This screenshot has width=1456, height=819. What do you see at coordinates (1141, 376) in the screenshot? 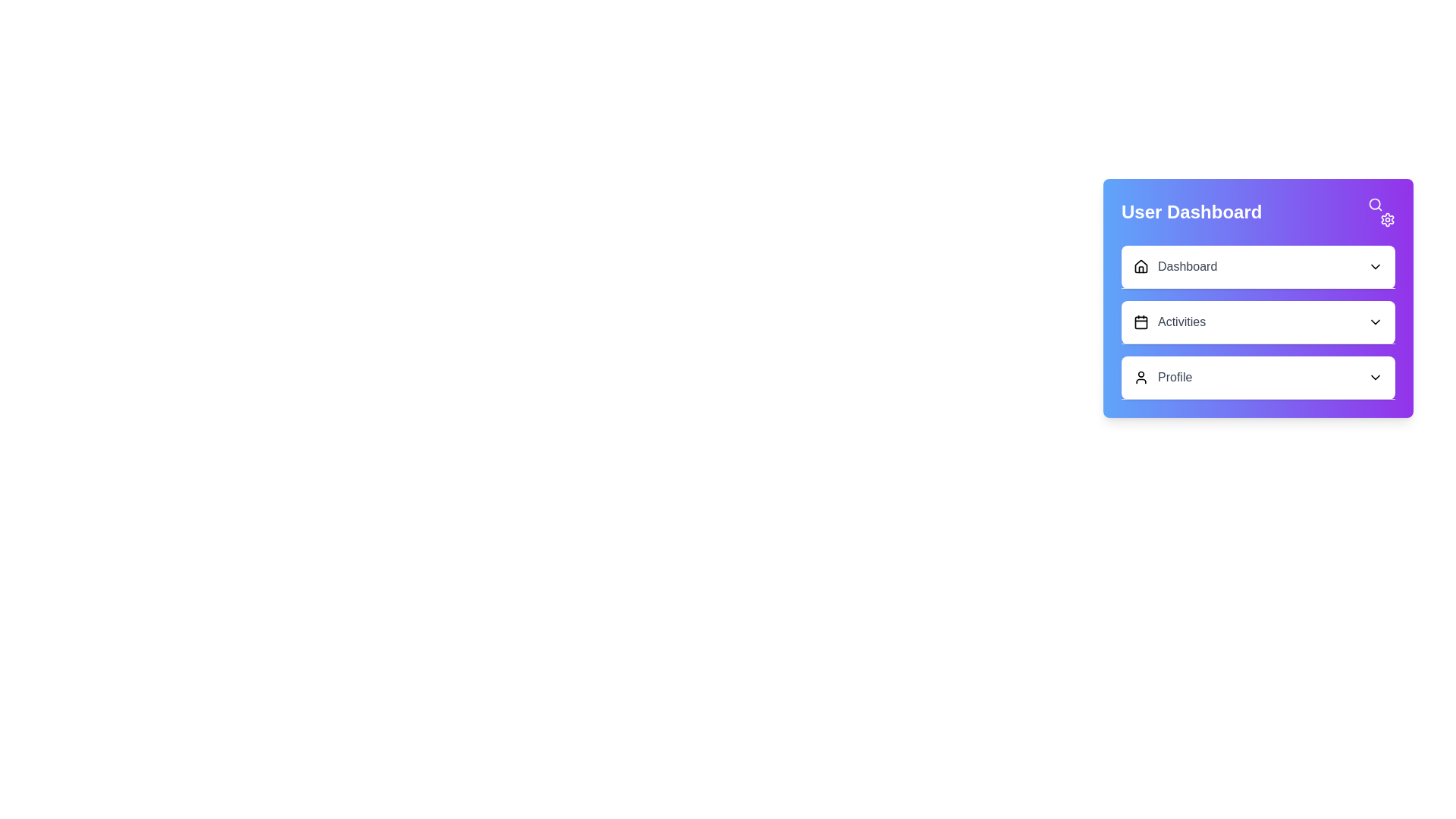
I see `the user avatar icon located in the 'User Dashboard' section` at bounding box center [1141, 376].